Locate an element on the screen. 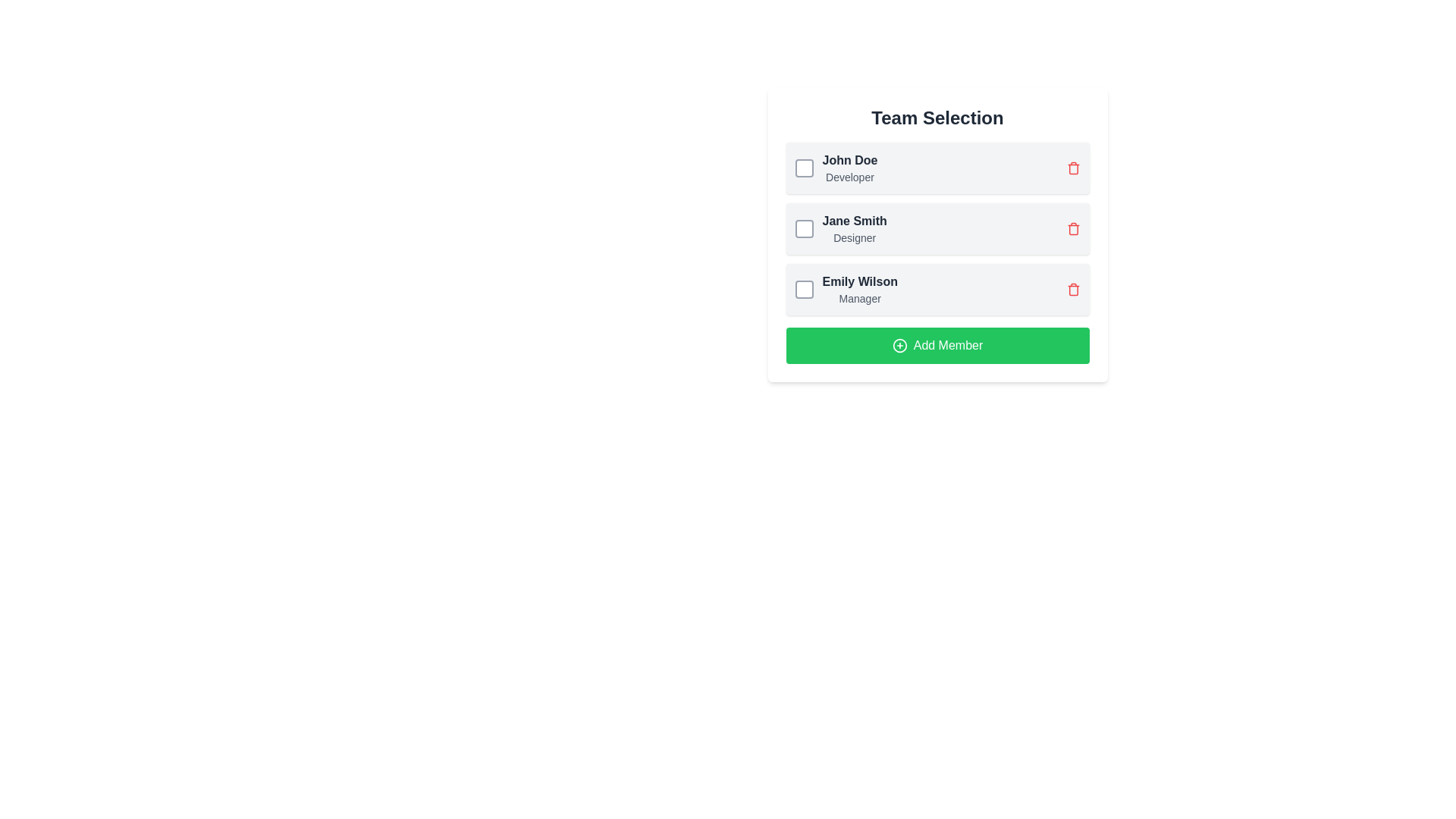  the text label showing the name 'John Doe', which is the first item in the 'Team Selection' list and positioned at the top left corner of its list item is located at coordinates (849, 161).